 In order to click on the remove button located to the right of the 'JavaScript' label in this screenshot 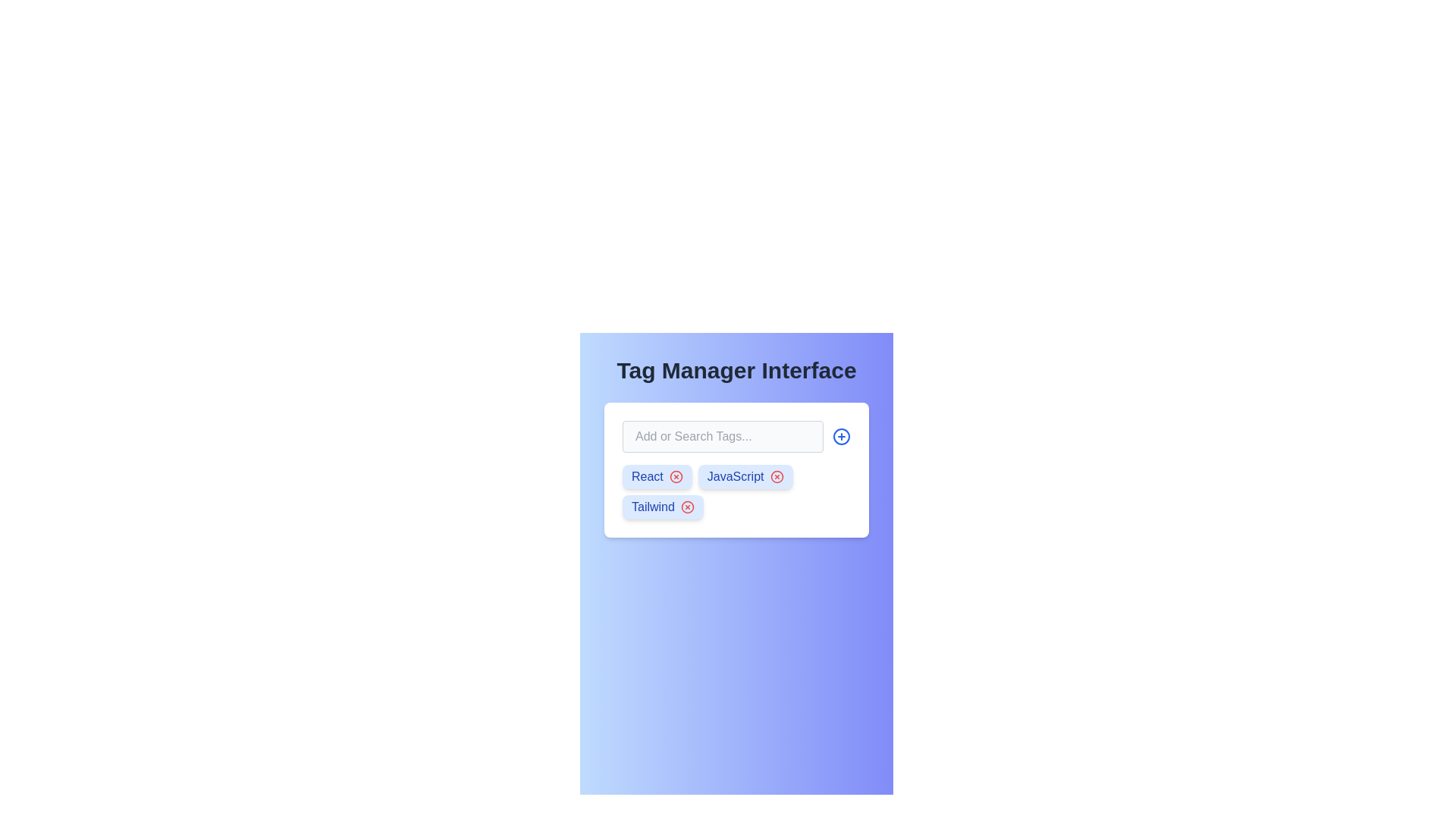, I will do `click(777, 475)`.